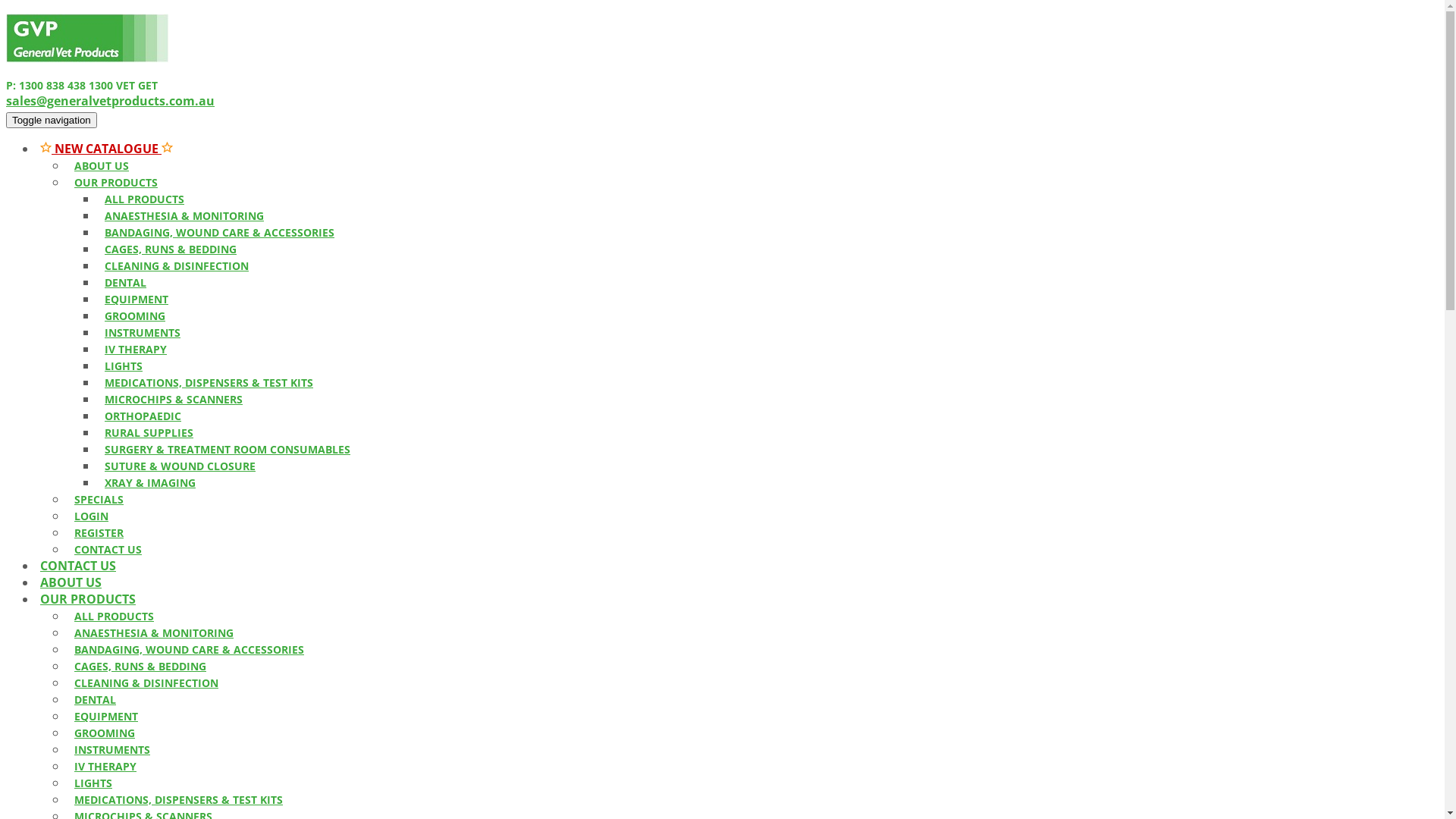 This screenshot has width=1456, height=819. Describe the element at coordinates (51, 119) in the screenshot. I see `'Toggle navigation'` at that location.